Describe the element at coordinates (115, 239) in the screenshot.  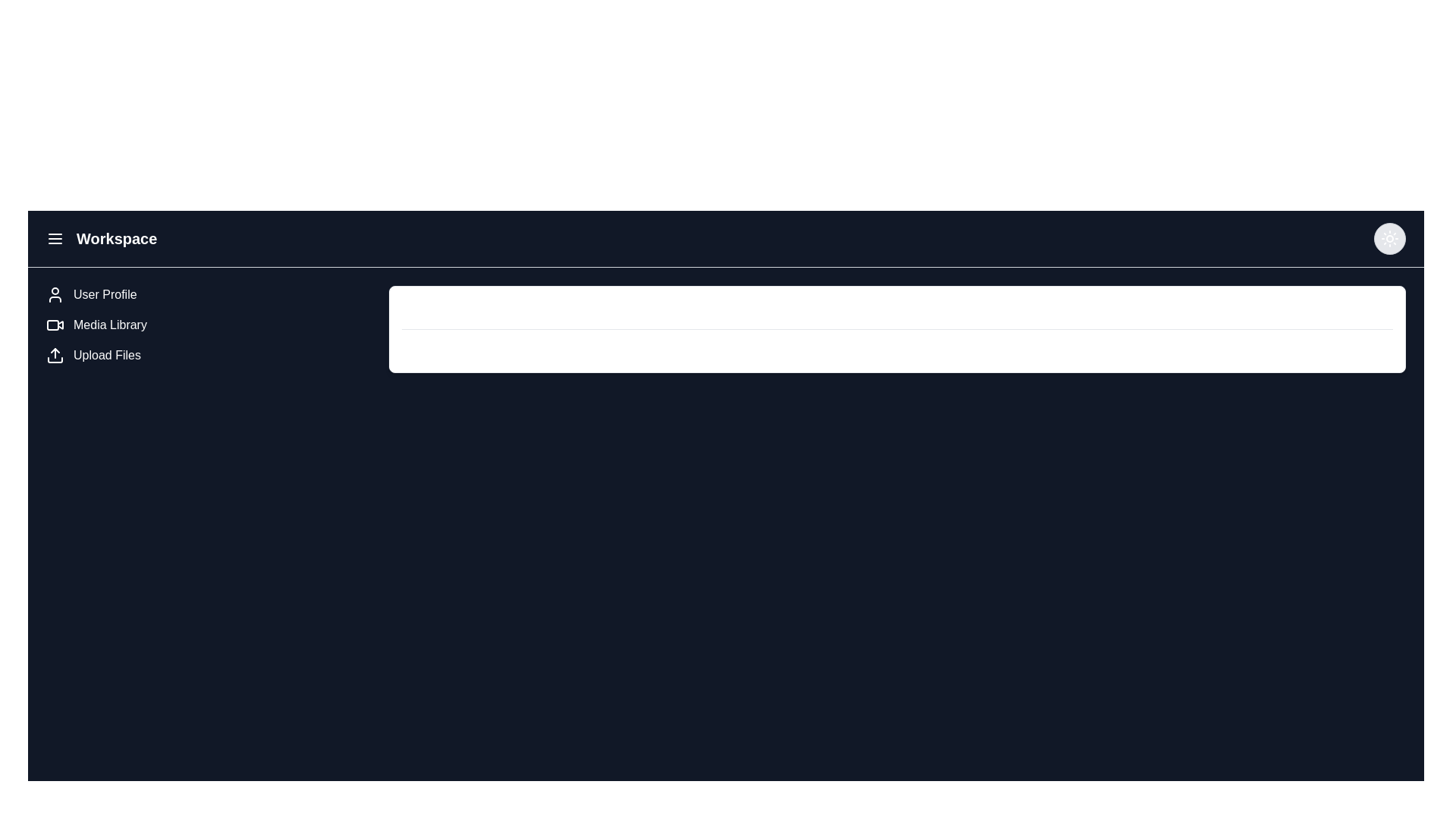
I see `the Text label in the header section that indicates the name of the current section or workspace area within the application` at that location.